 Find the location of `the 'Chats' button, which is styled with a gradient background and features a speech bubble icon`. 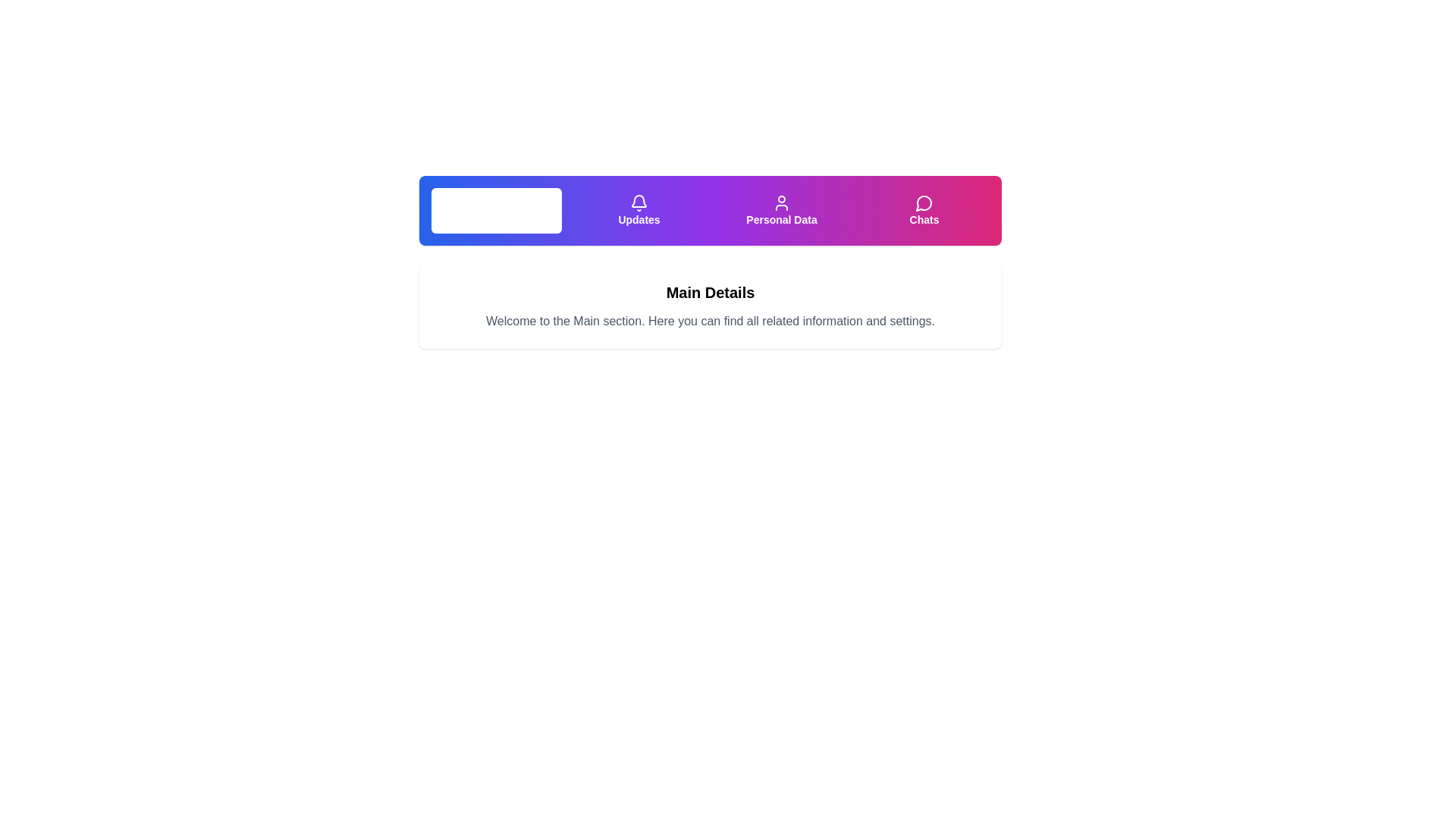

the 'Chats' button, which is styled with a gradient background and features a speech bubble icon is located at coordinates (924, 210).